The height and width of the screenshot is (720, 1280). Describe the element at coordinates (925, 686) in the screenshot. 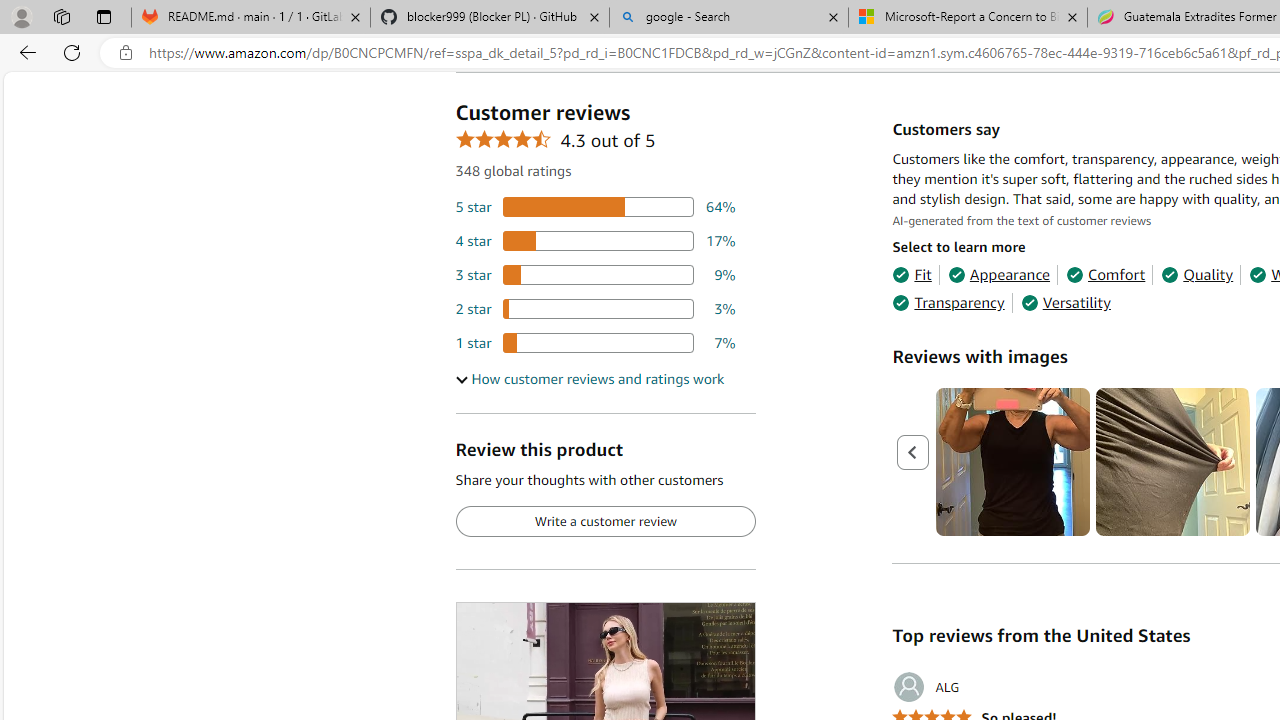

I see `'ALG'` at that location.